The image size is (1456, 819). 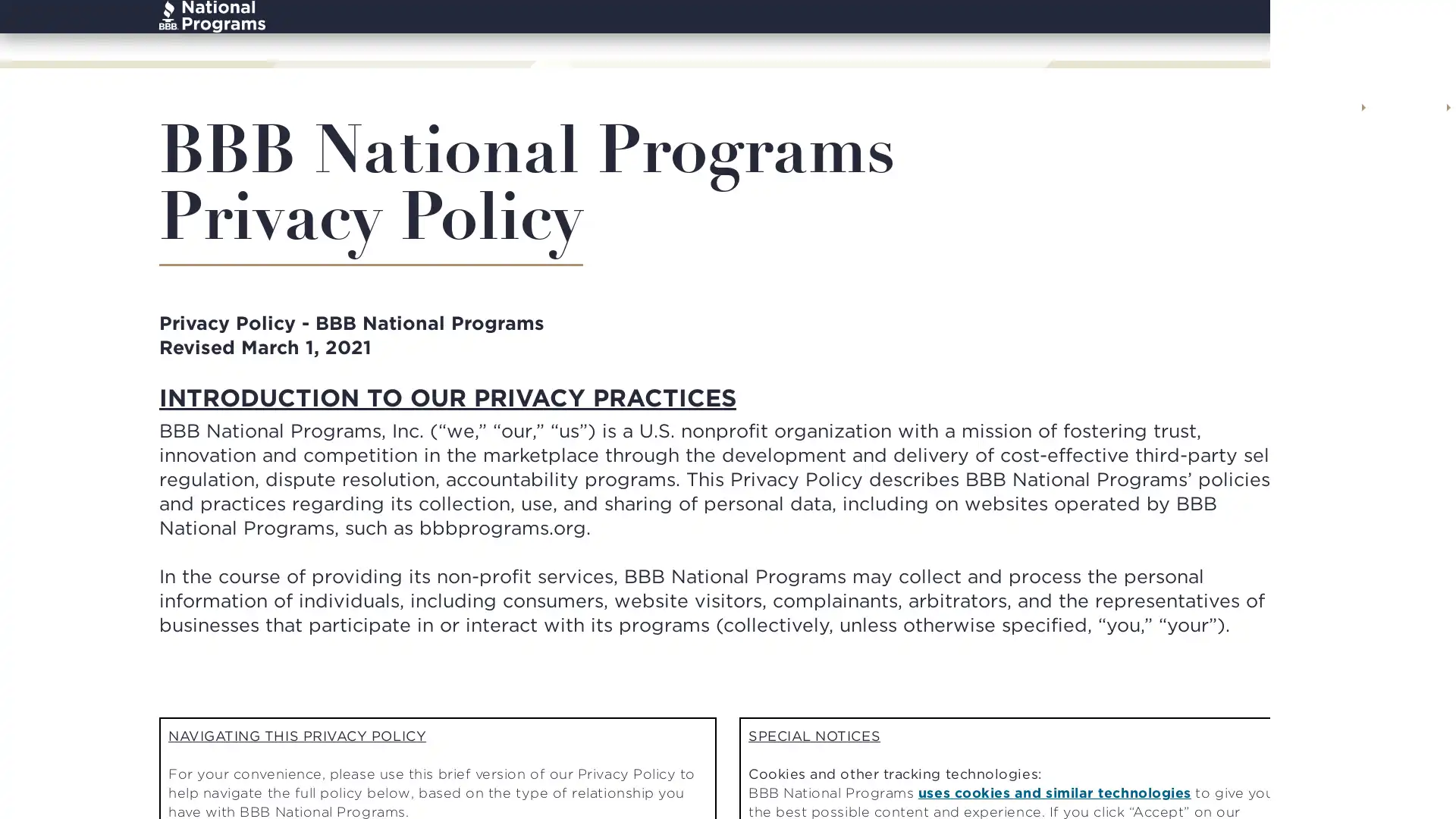 I want to click on Search, so click(x=1280, y=35).